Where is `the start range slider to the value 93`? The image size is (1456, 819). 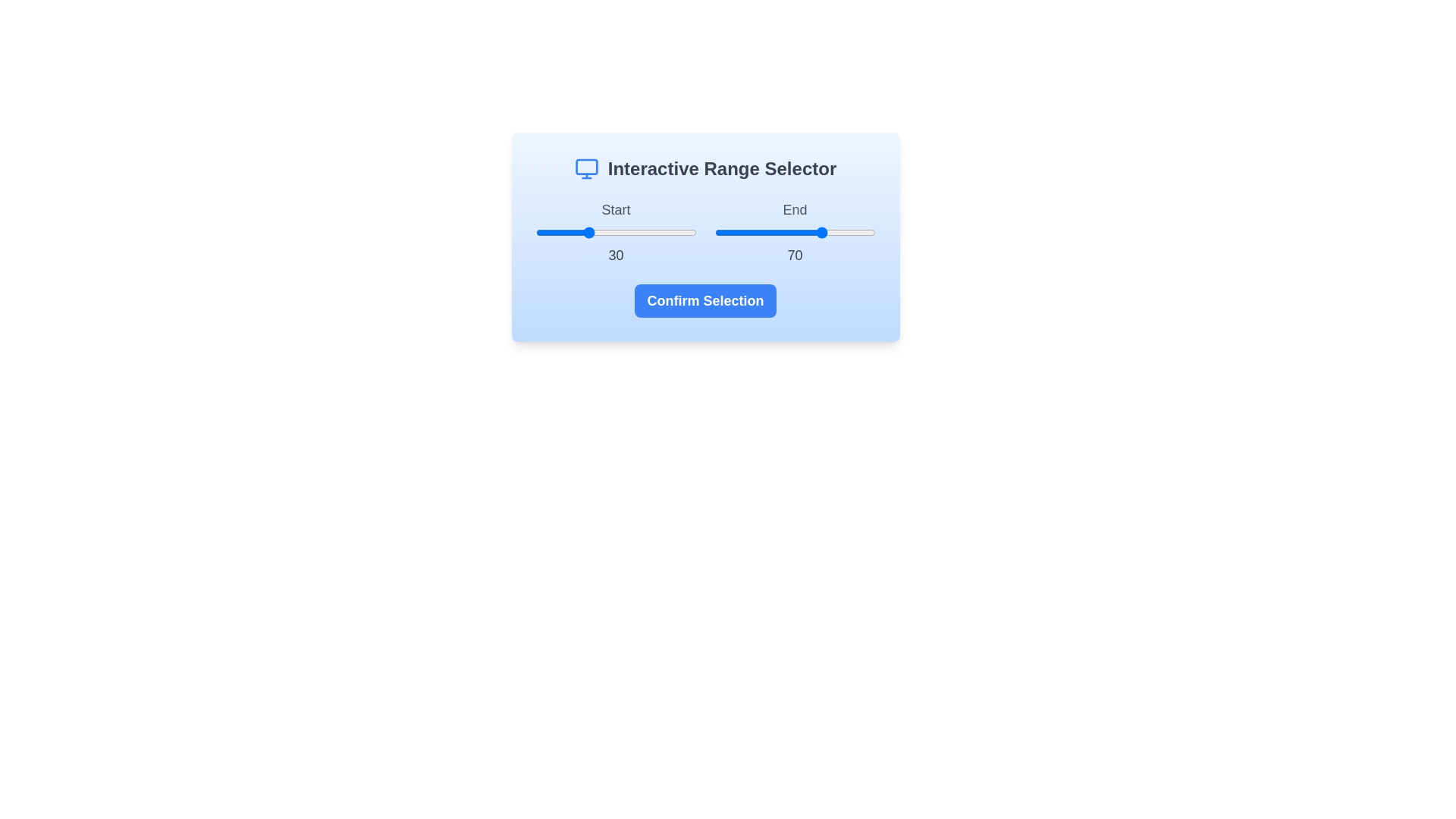 the start range slider to the value 93 is located at coordinates (684, 233).